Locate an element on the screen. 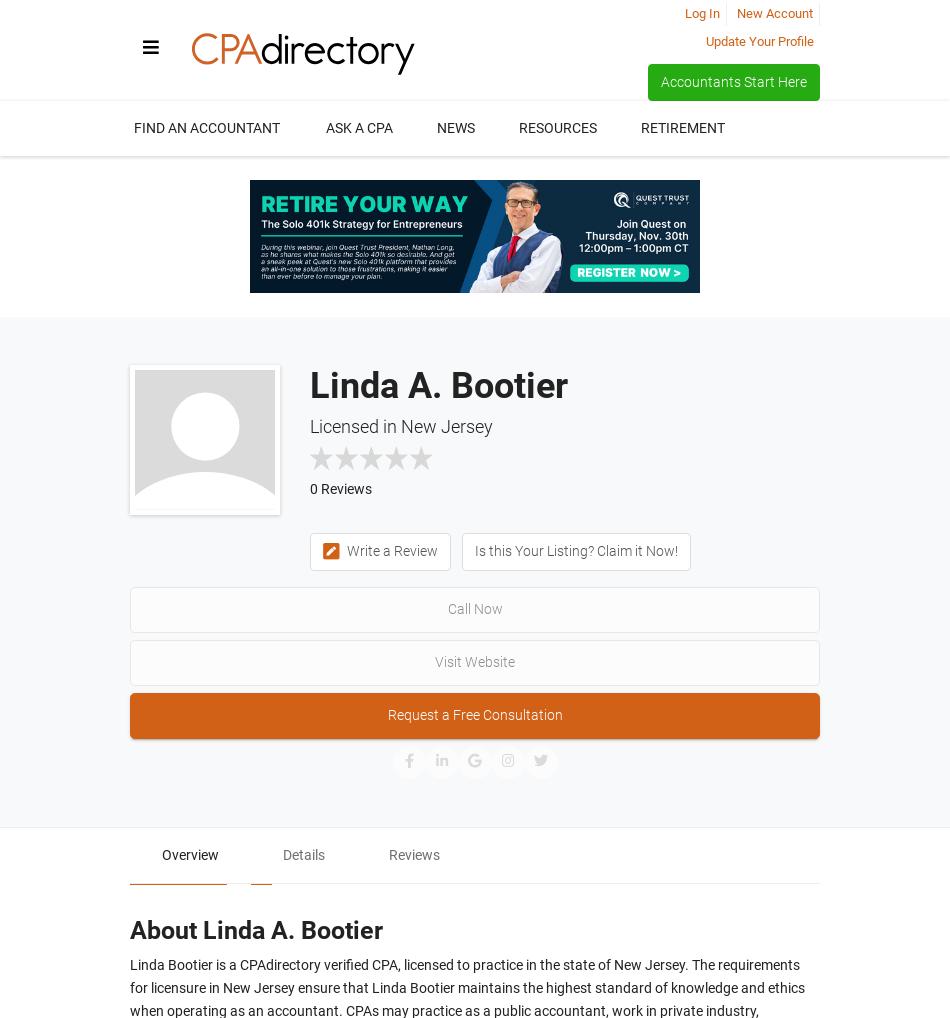 This screenshot has width=950, height=1018. 'Find an Accountant' is located at coordinates (207, 127).